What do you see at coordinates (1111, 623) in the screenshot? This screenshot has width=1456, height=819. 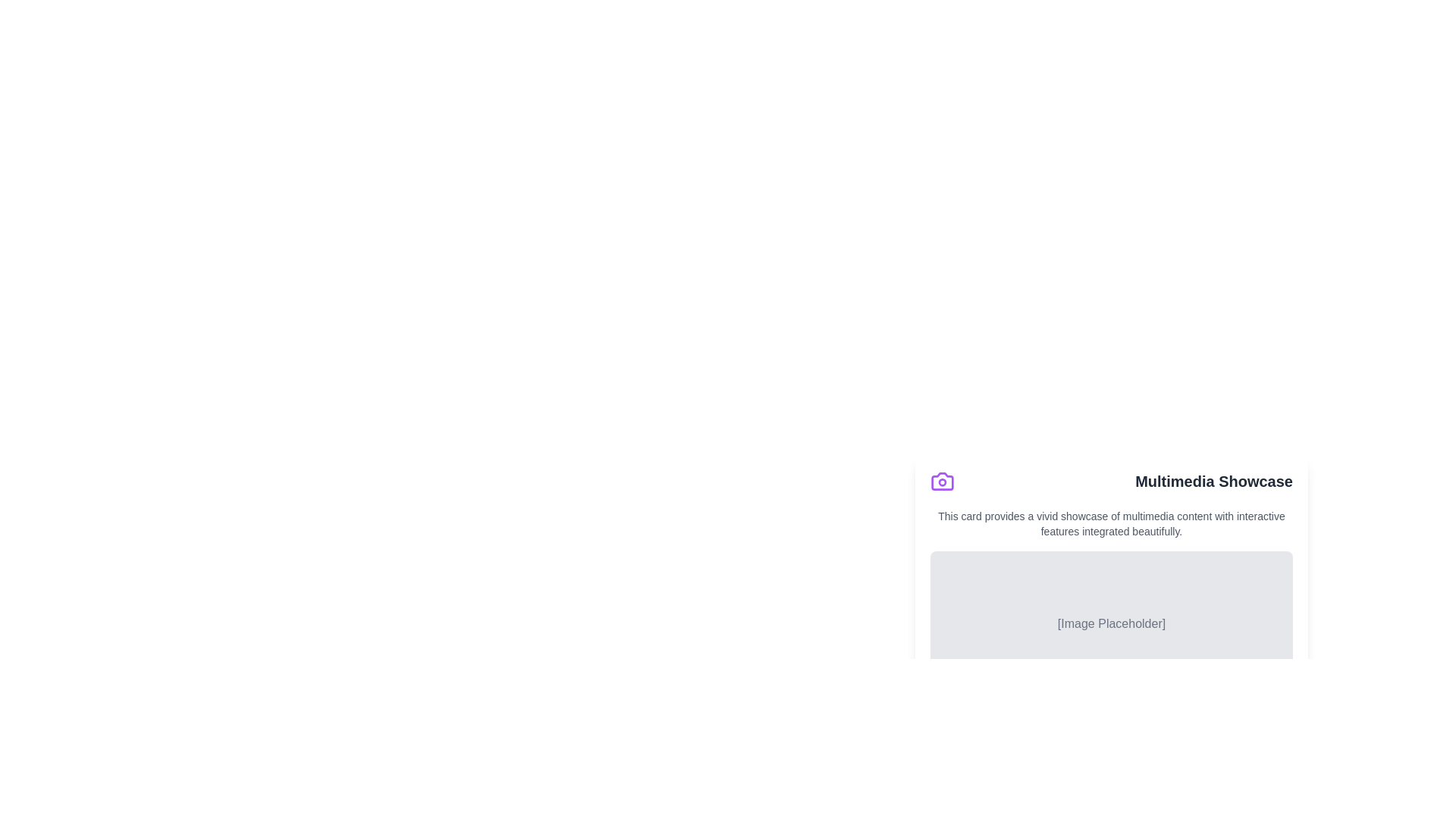 I see `the Image Placeholder that has a light gray background with rounded corners and contains the centered text '[Image Placeholder]'` at bounding box center [1111, 623].